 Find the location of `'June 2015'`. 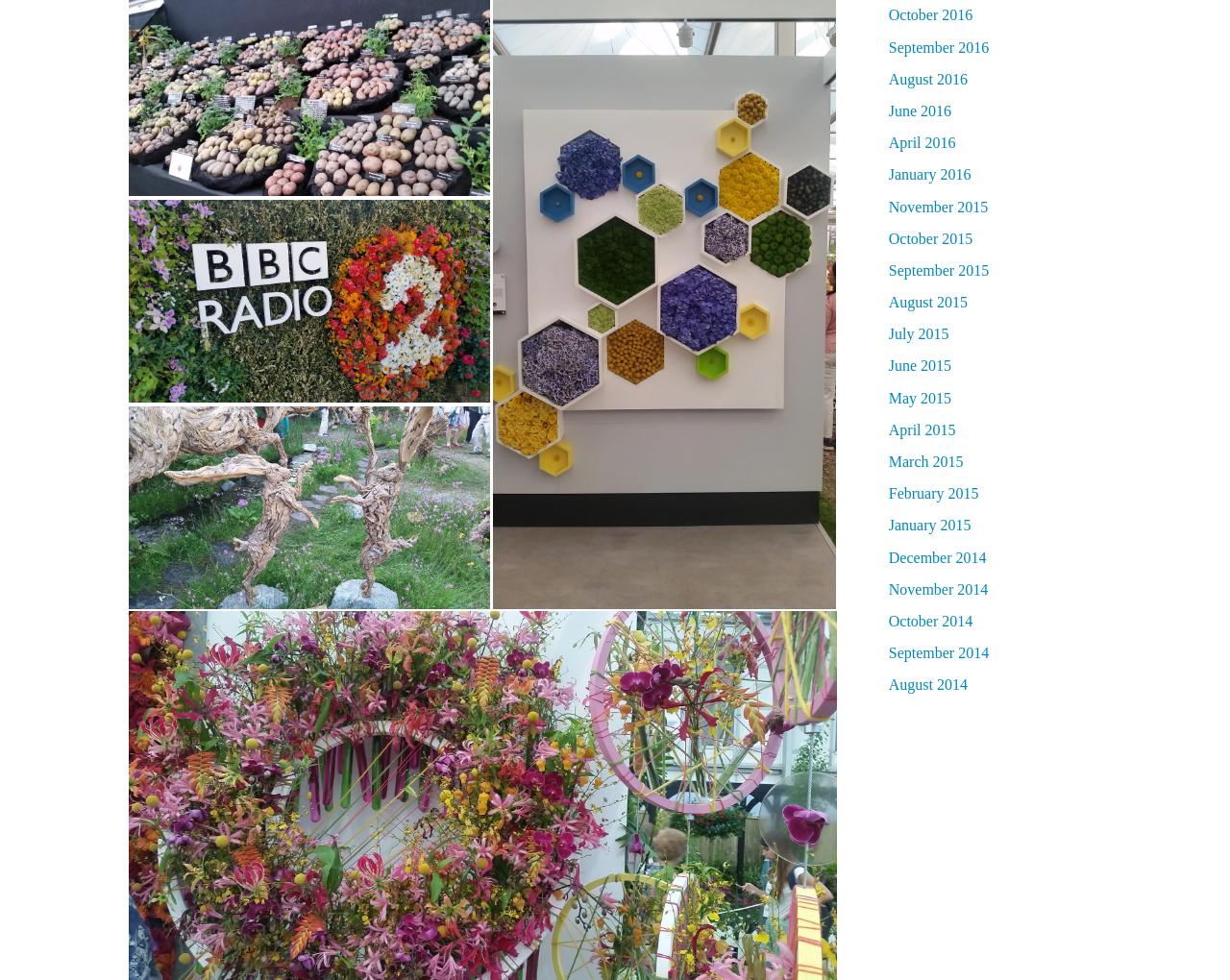

'June 2015' is located at coordinates (919, 364).